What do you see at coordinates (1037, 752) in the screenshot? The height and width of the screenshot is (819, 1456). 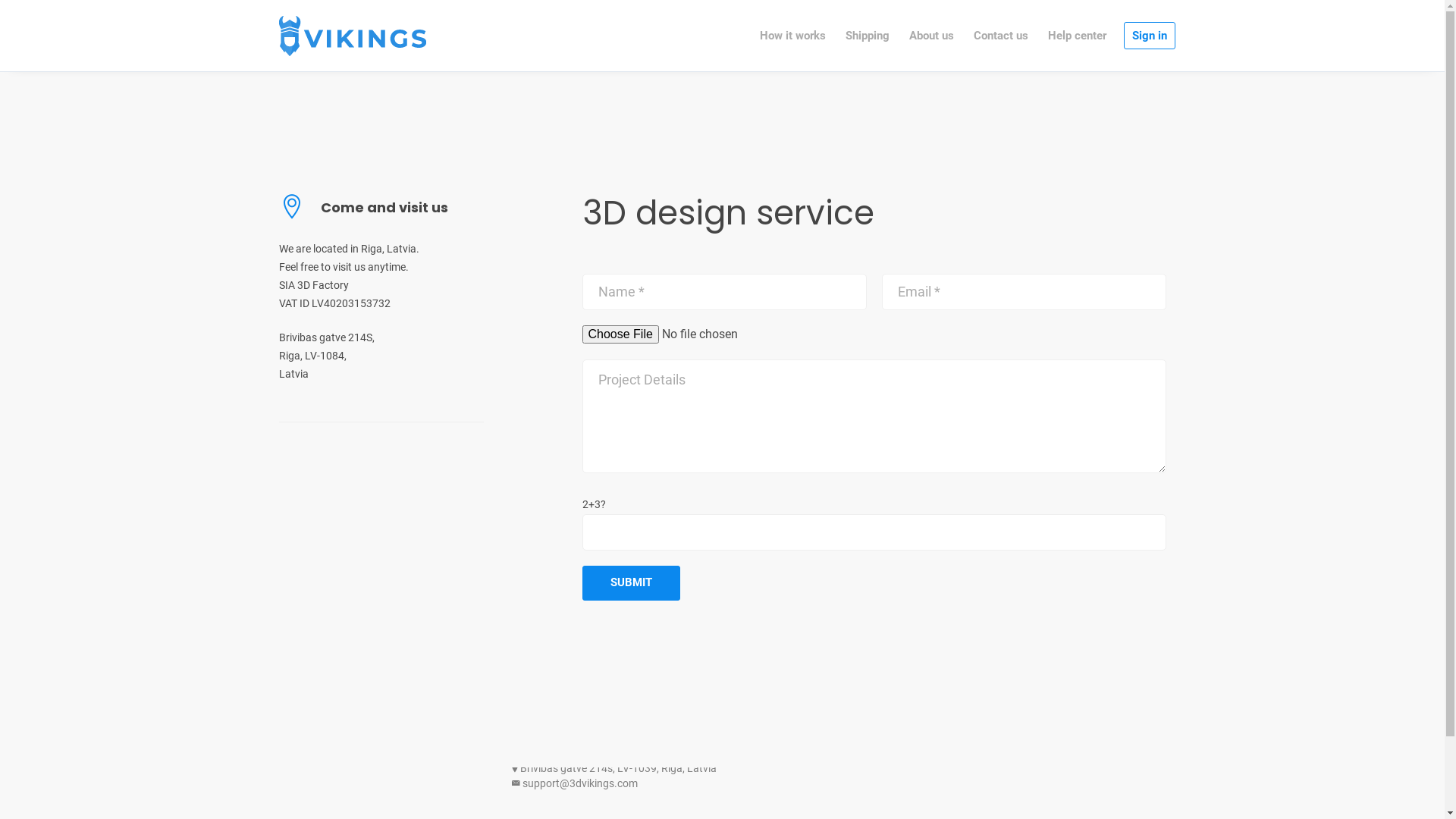 I see `'Privacy Policy'` at bounding box center [1037, 752].